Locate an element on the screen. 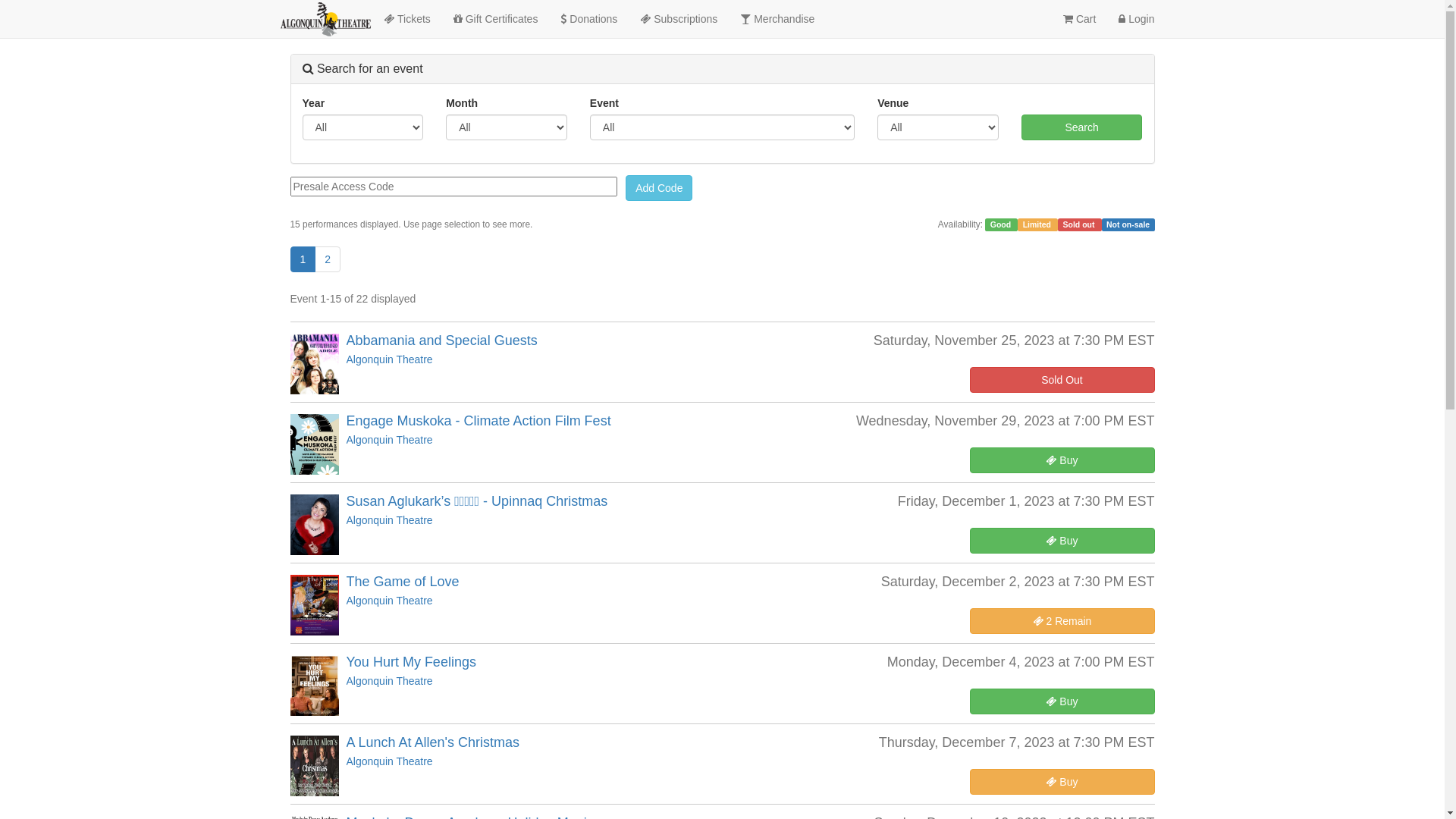 Image resolution: width=1456 pixels, height=819 pixels. 'Login' is located at coordinates (1136, 18).